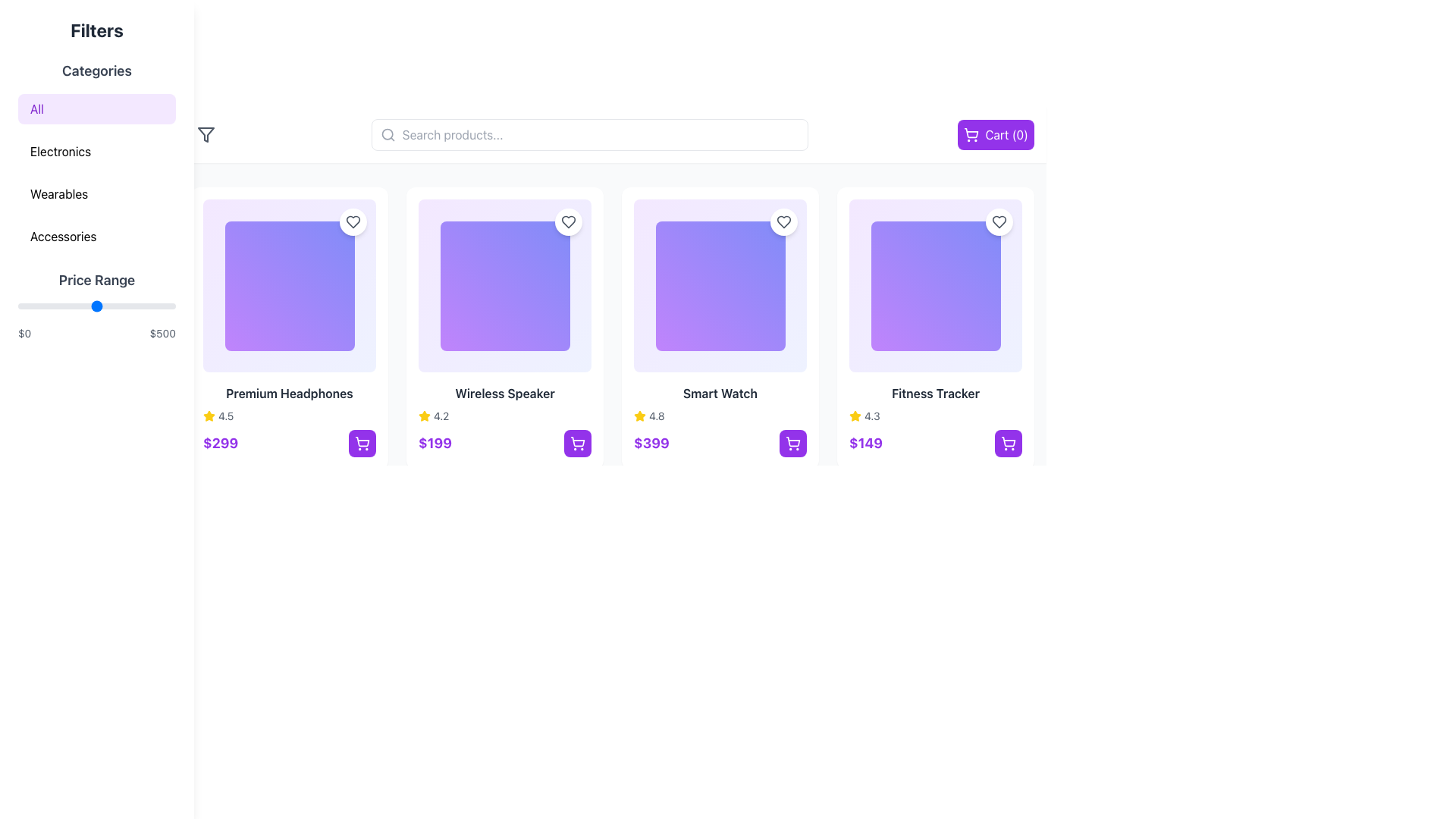  Describe the element at coordinates (96, 152) in the screenshot. I see `the 'Electronics' category filter button located in the 'Categories' section, which is the second option in the vertical list` at that location.